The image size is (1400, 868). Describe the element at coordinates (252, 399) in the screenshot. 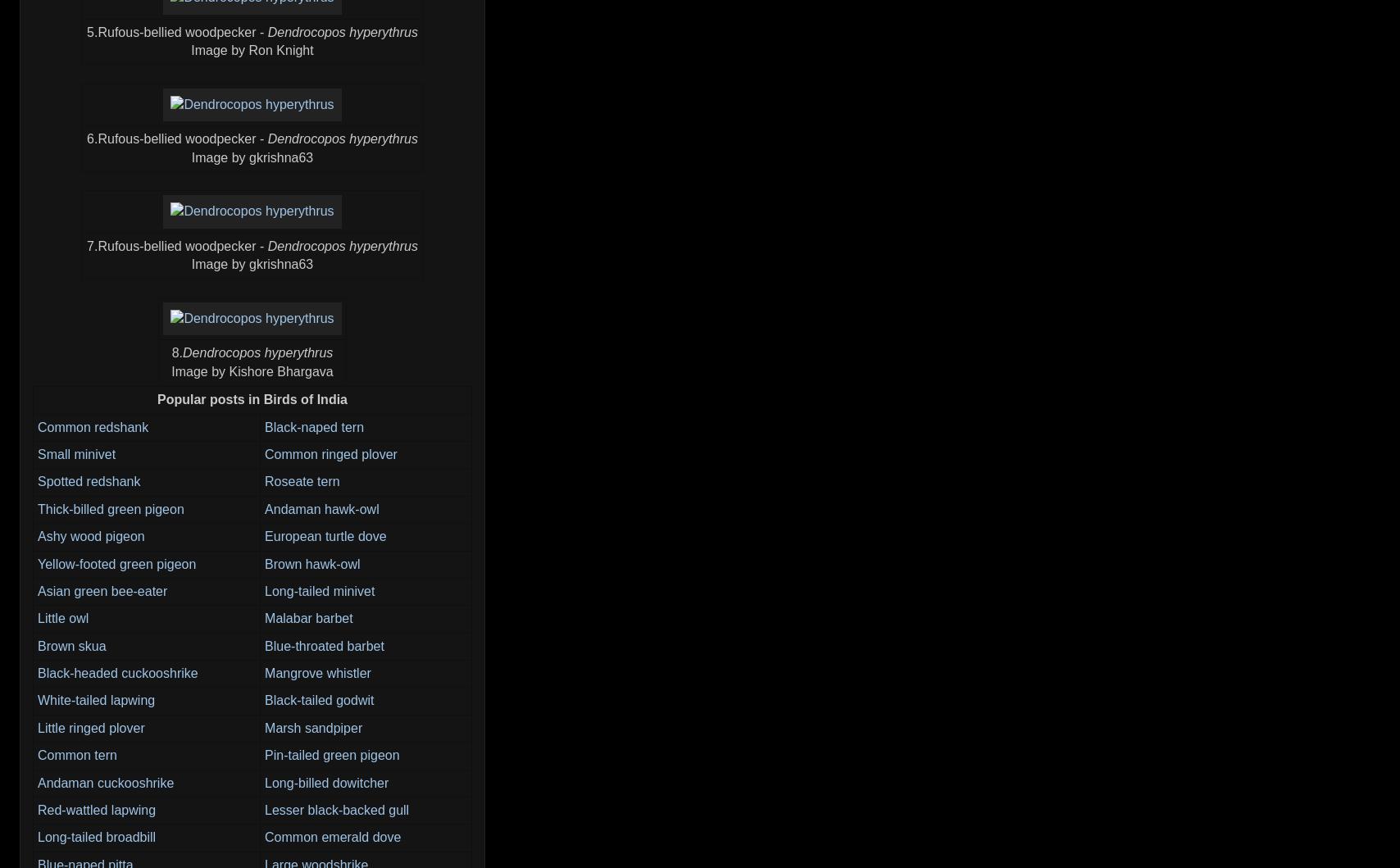

I see `'Popular posts in Birds of India'` at that location.